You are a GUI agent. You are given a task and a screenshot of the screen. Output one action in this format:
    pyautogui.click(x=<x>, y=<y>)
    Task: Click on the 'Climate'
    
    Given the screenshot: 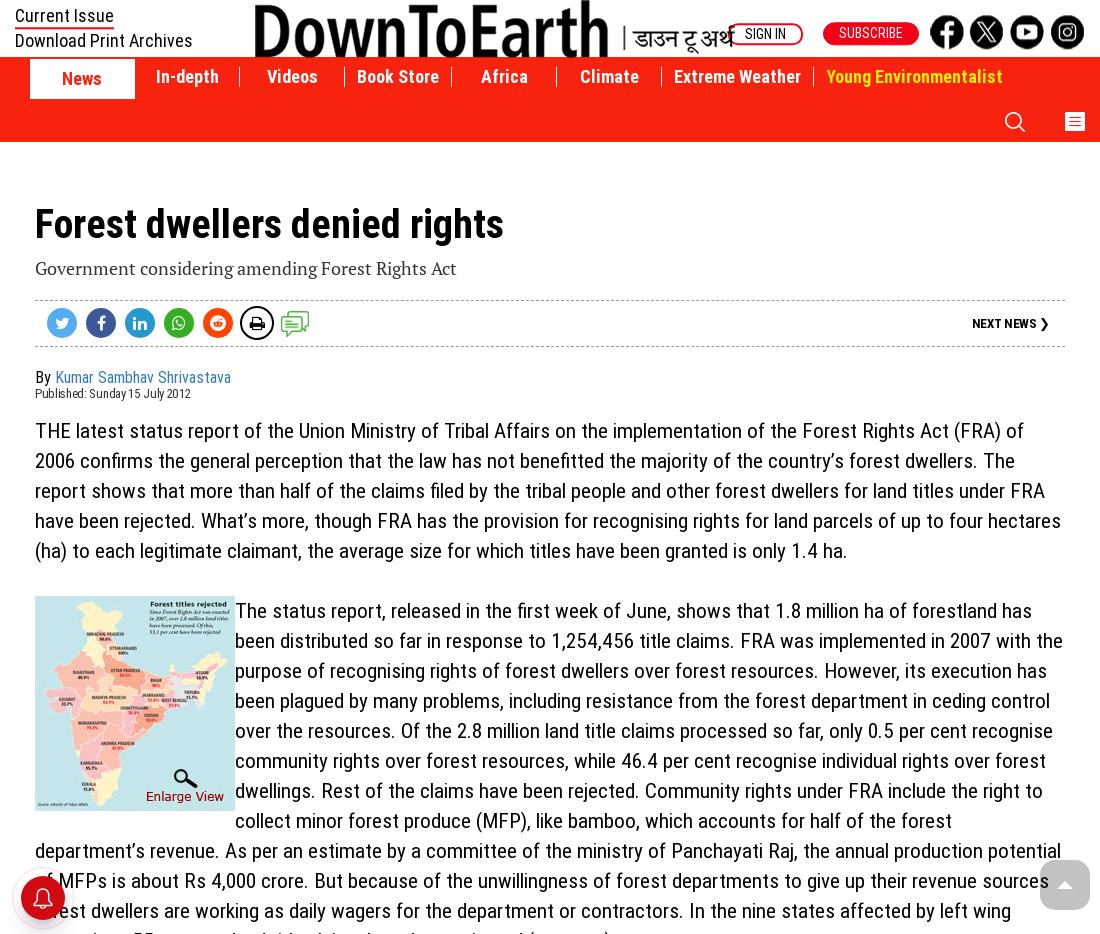 What is the action you would take?
    pyautogui.click(x=607, y=76)
    